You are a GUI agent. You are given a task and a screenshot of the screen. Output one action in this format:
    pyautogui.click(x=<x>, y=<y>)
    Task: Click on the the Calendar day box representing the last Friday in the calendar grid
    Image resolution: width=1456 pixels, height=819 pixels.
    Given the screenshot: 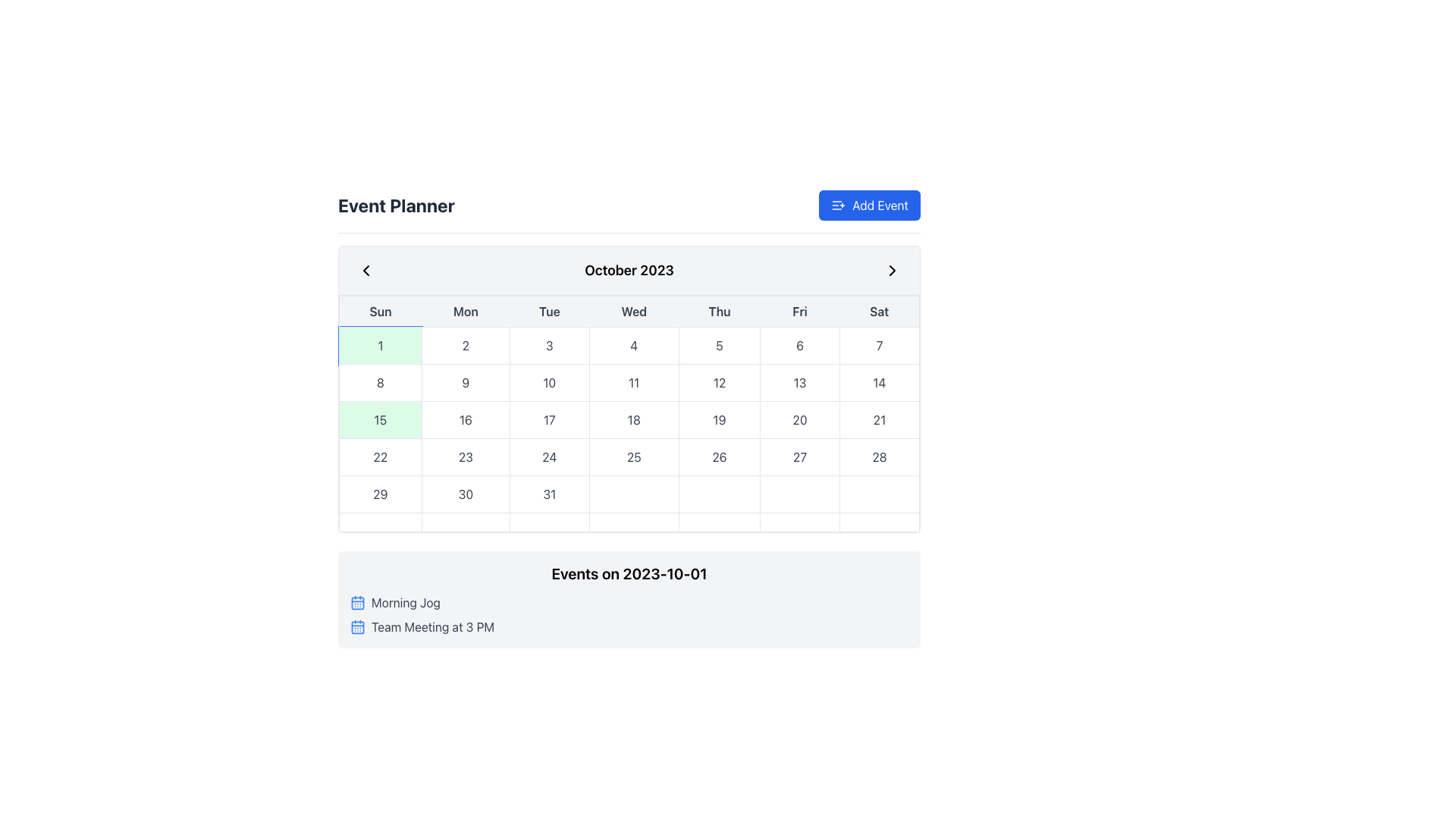 What is the action you would take?
    pyautogui.click(x=799, y=522)
    